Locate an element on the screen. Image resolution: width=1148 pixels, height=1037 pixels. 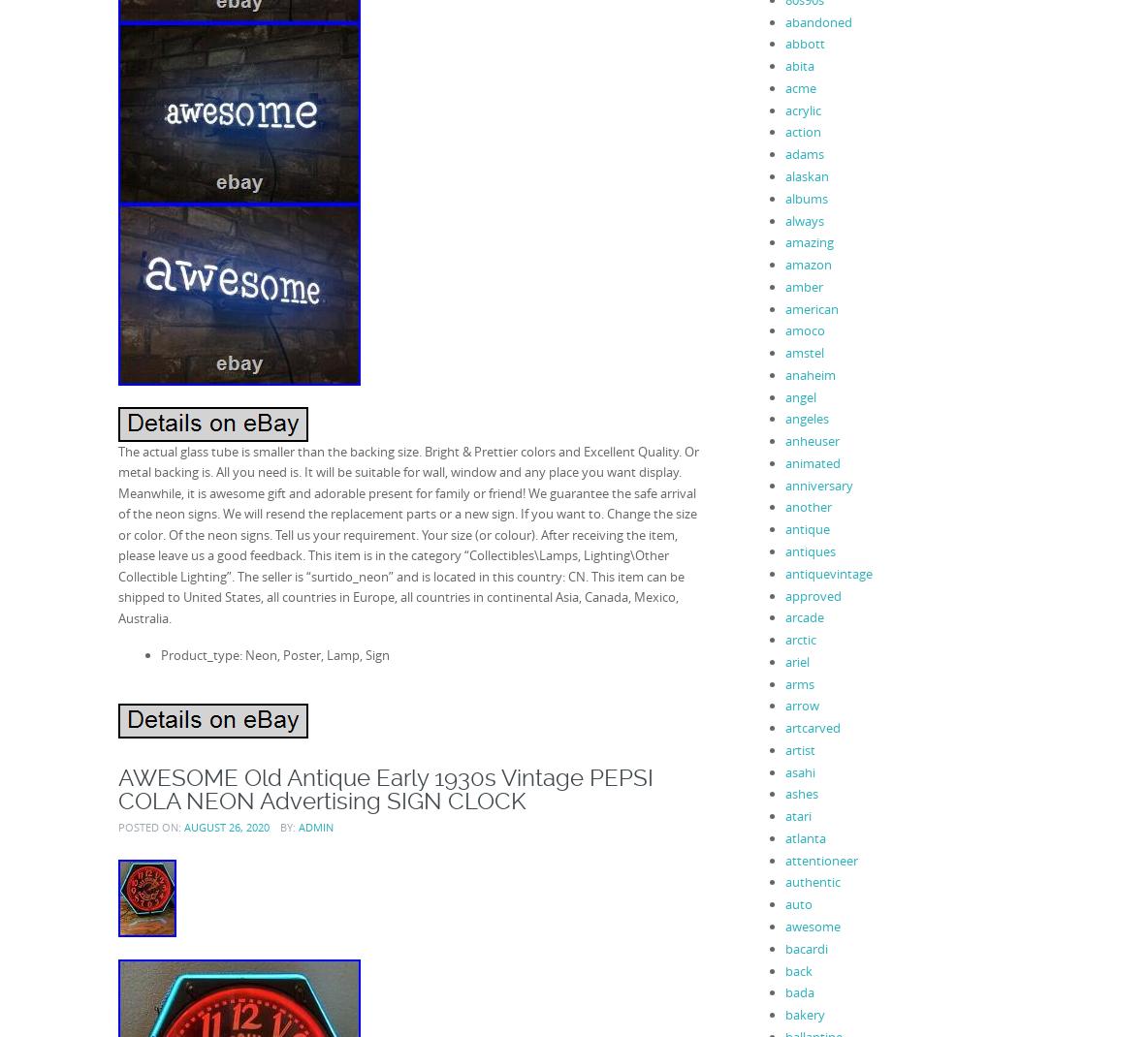
'AWESOME Old Antique Early 1930s Vintage PEPSI COLA NEON Advertising SIGN CLOCK' is located at coordinates (385, 788).